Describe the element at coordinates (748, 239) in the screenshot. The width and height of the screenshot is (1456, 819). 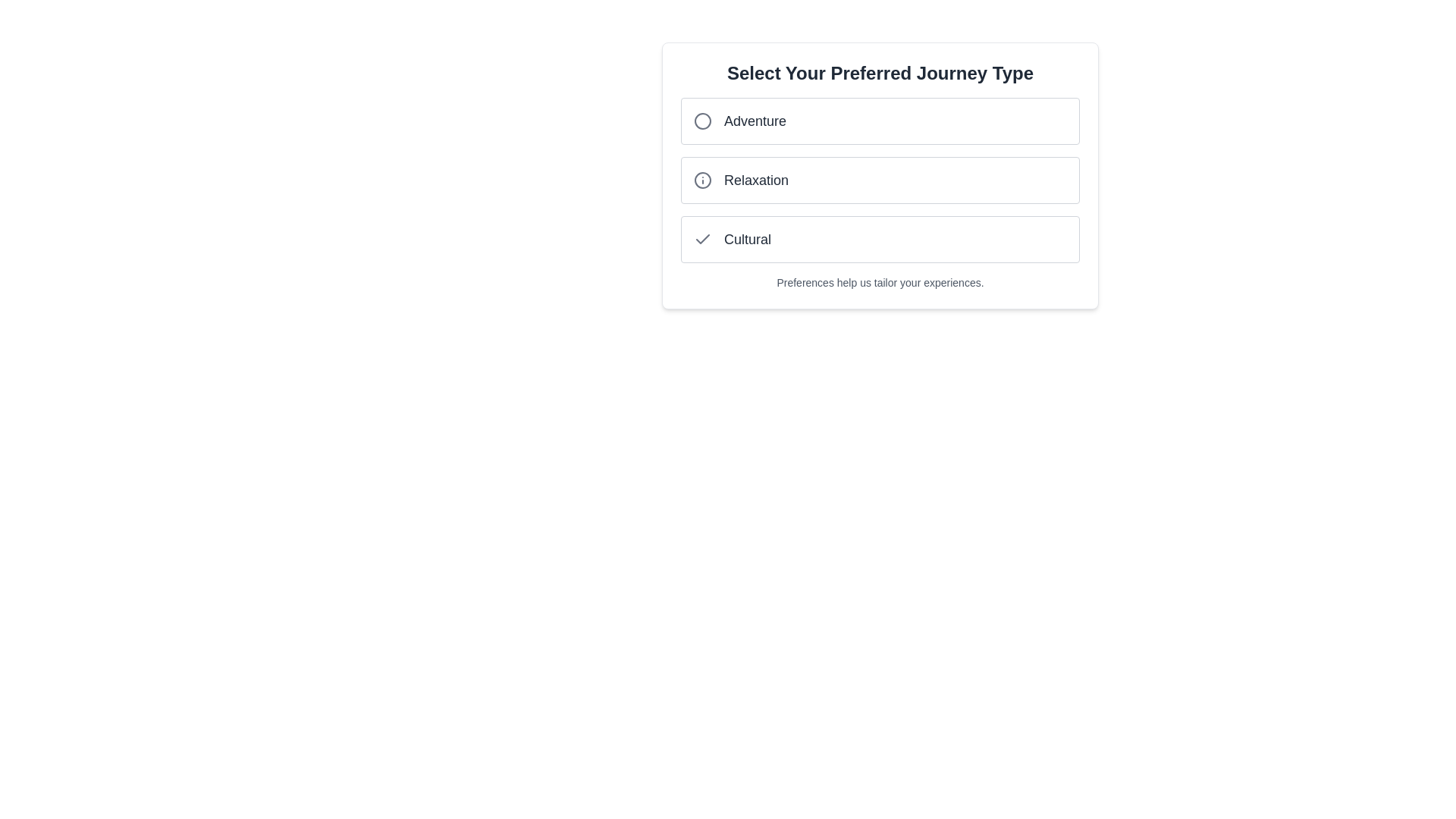
I see `the text label 'Cultural' to provide additional context for users selecting their preferred journey type` at that location.